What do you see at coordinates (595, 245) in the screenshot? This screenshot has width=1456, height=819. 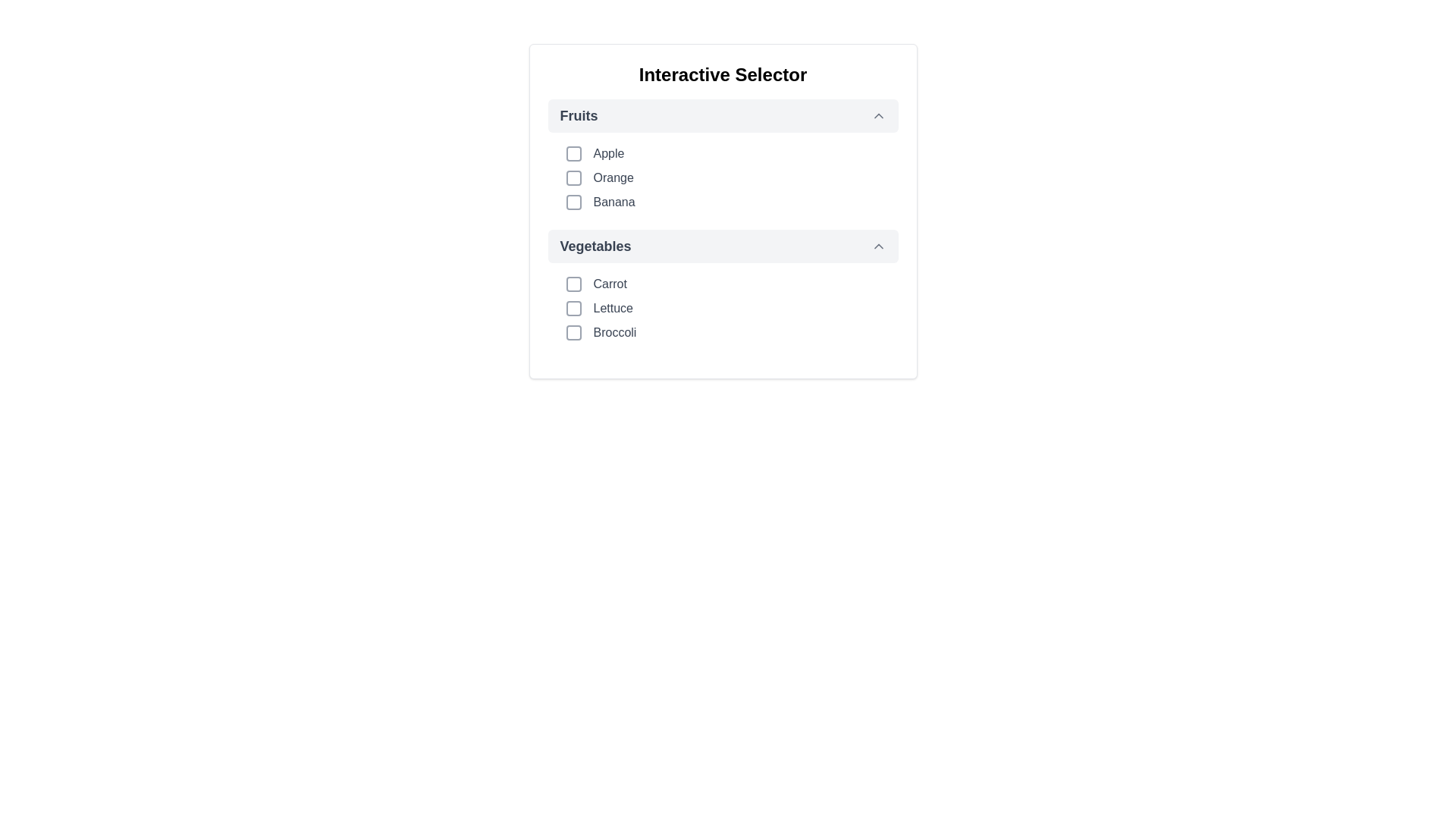 I see `the Text Label that serves as the title for the section related to vegetables, located at the top-center of the interface` at bounding box center [595, 245].